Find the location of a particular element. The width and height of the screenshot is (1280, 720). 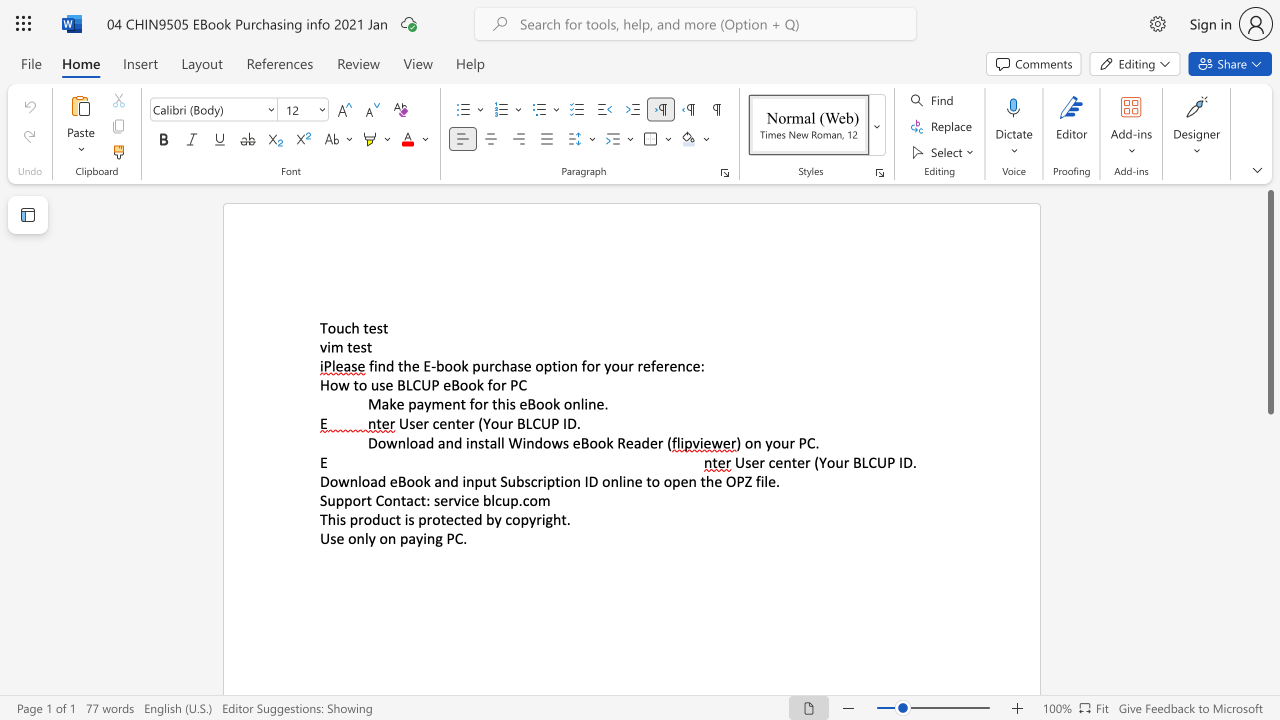

the 1th character "c" in the text is located at coordinates (416, 499).